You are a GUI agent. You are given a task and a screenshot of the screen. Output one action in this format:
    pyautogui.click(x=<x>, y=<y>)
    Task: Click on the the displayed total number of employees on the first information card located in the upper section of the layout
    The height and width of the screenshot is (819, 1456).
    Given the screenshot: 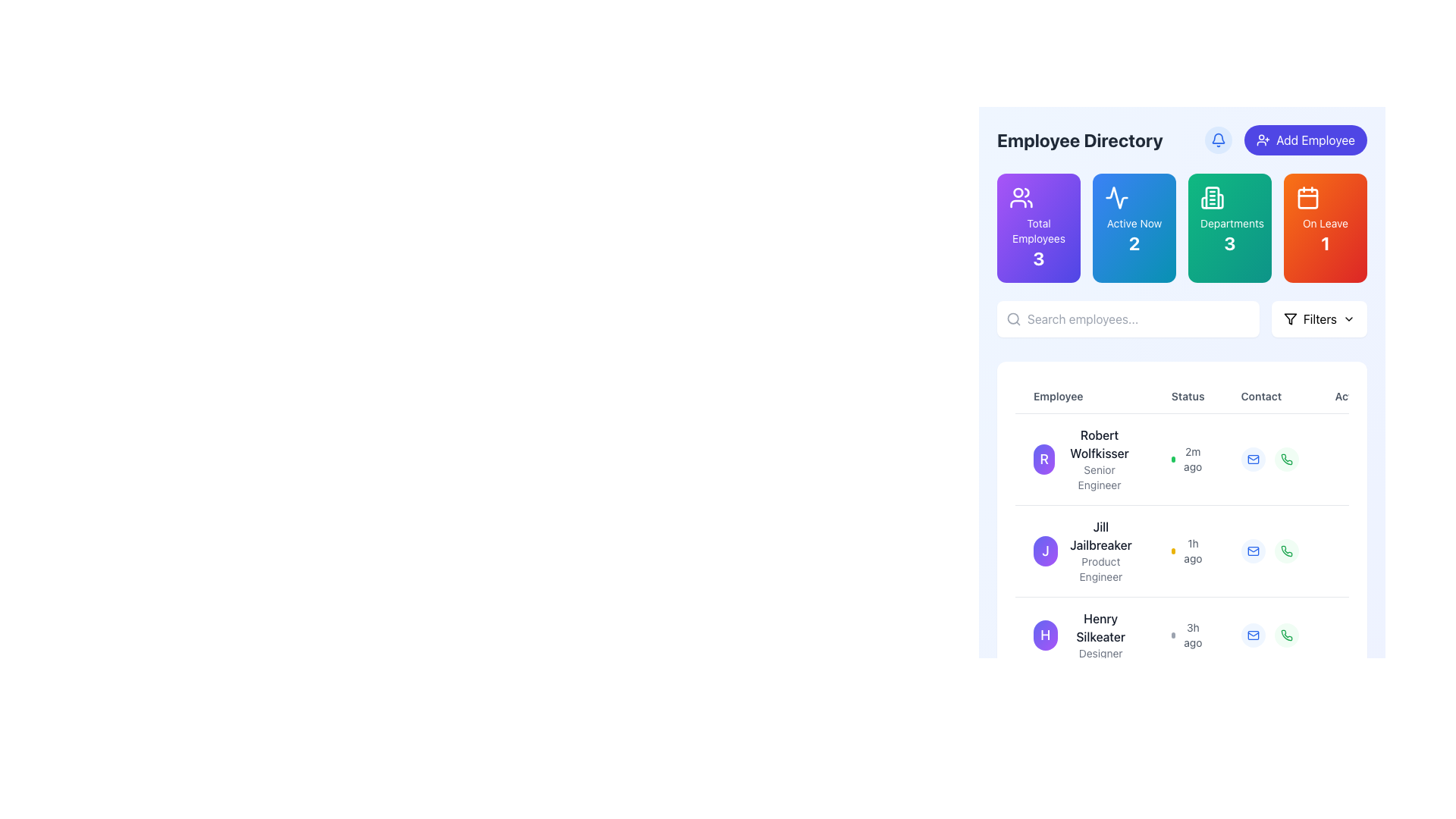 What is the action you would take?
    pyautogui.click(x=1037, y=227)
    